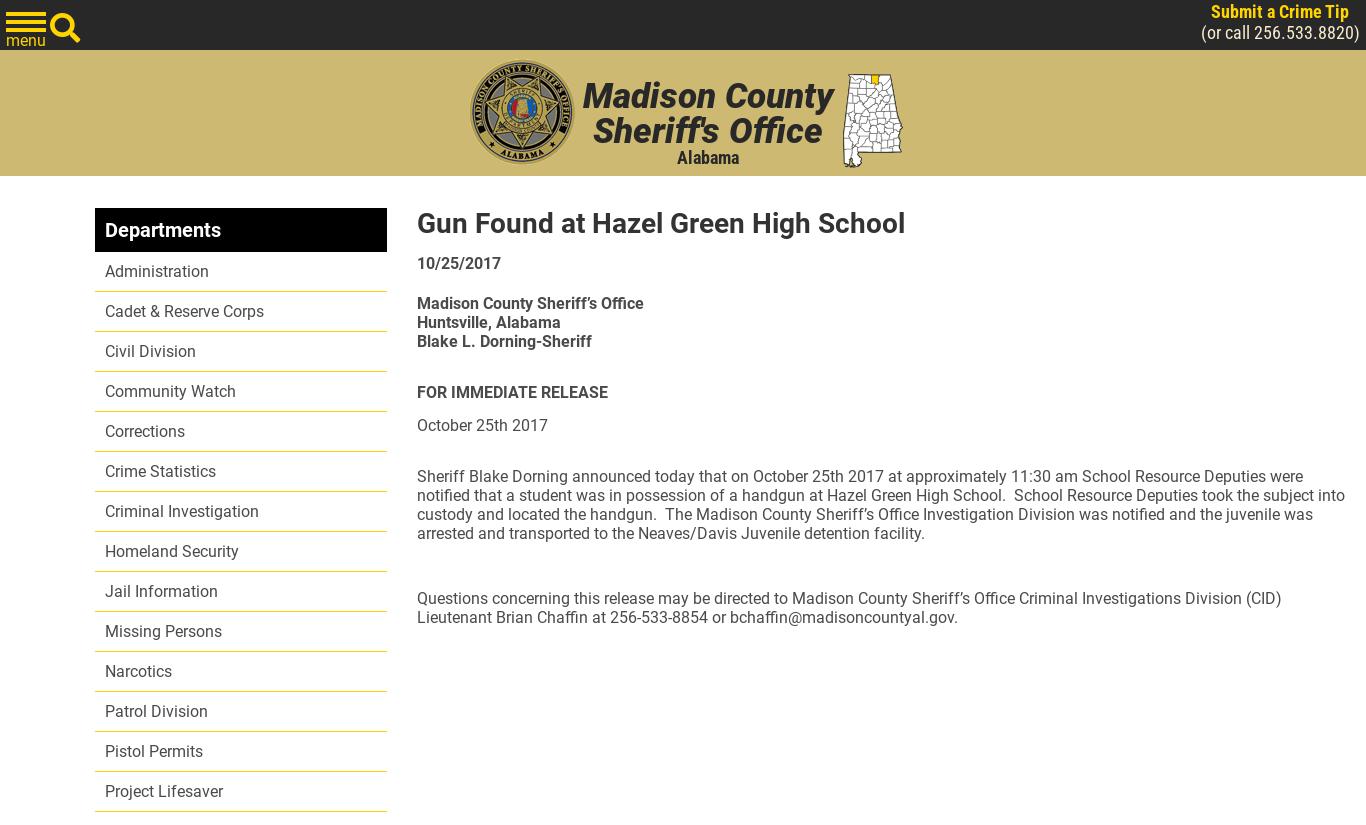 This screenshot has height=825, width=1366. I want to click on 'Civil Division', so click(149, 351).